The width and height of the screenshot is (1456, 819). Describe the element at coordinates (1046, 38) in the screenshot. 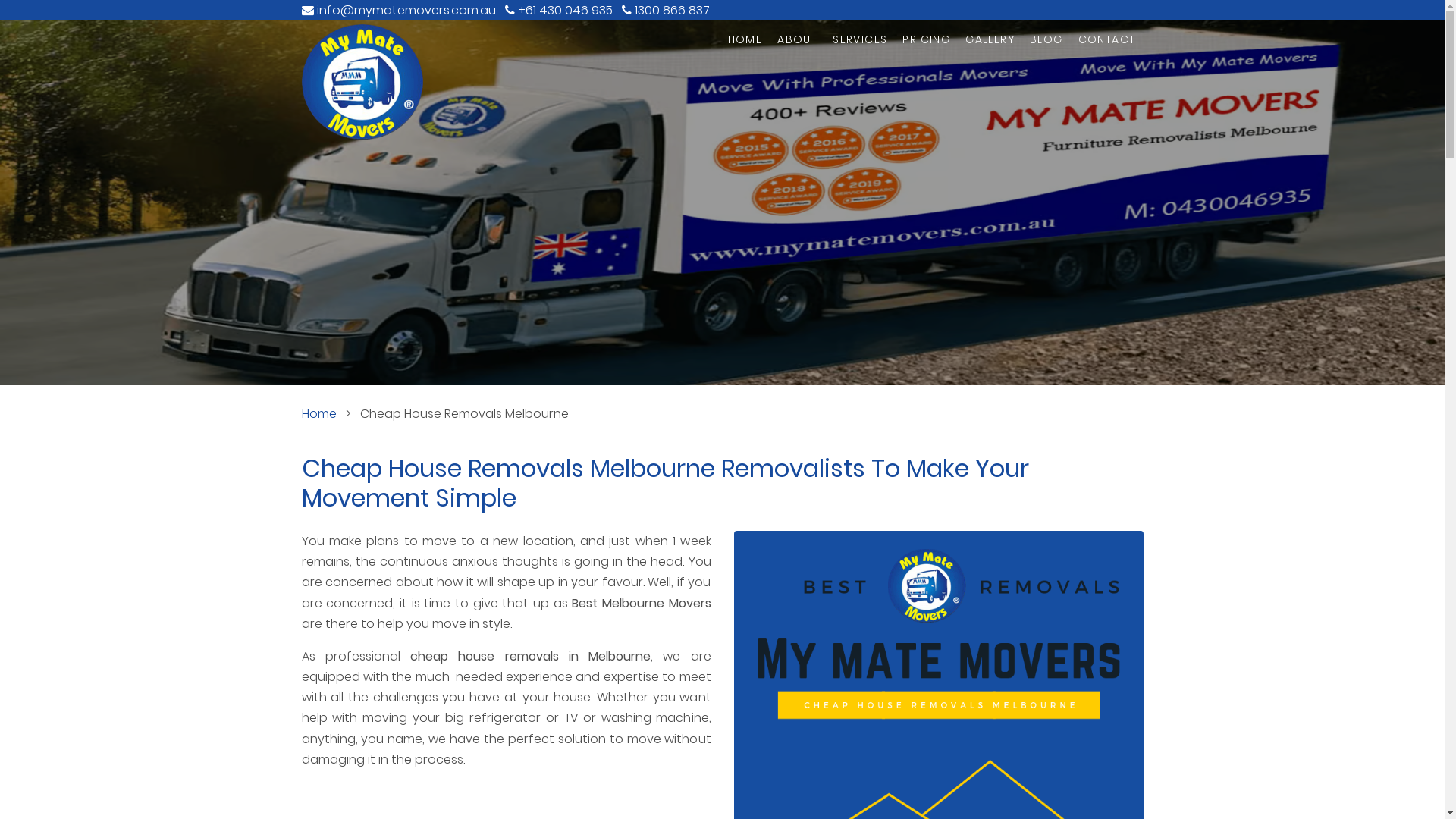

I see `'BLOG'` at that location.